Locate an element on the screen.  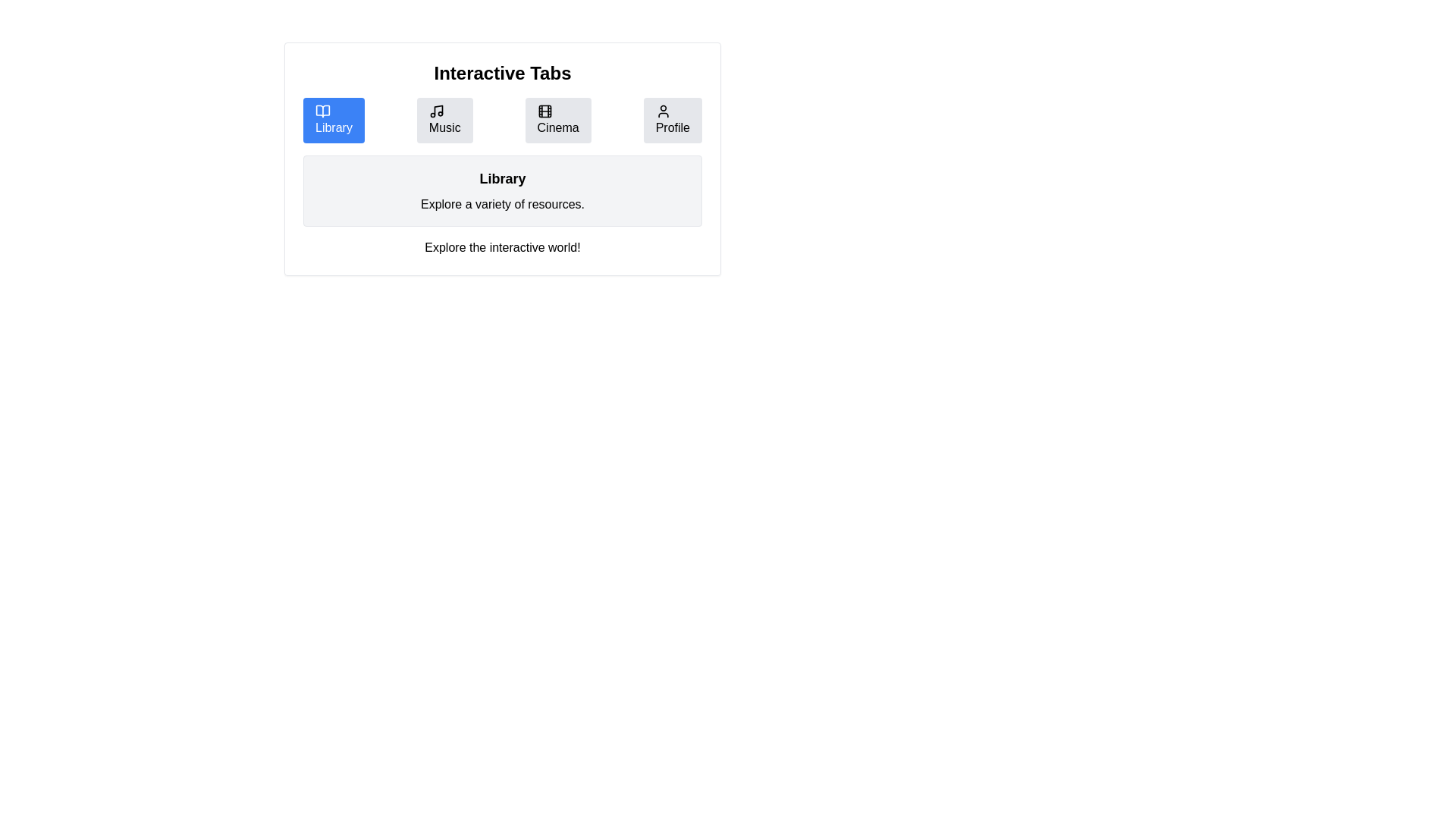
the Library tab to view its content is located at coordinates (333, 119).